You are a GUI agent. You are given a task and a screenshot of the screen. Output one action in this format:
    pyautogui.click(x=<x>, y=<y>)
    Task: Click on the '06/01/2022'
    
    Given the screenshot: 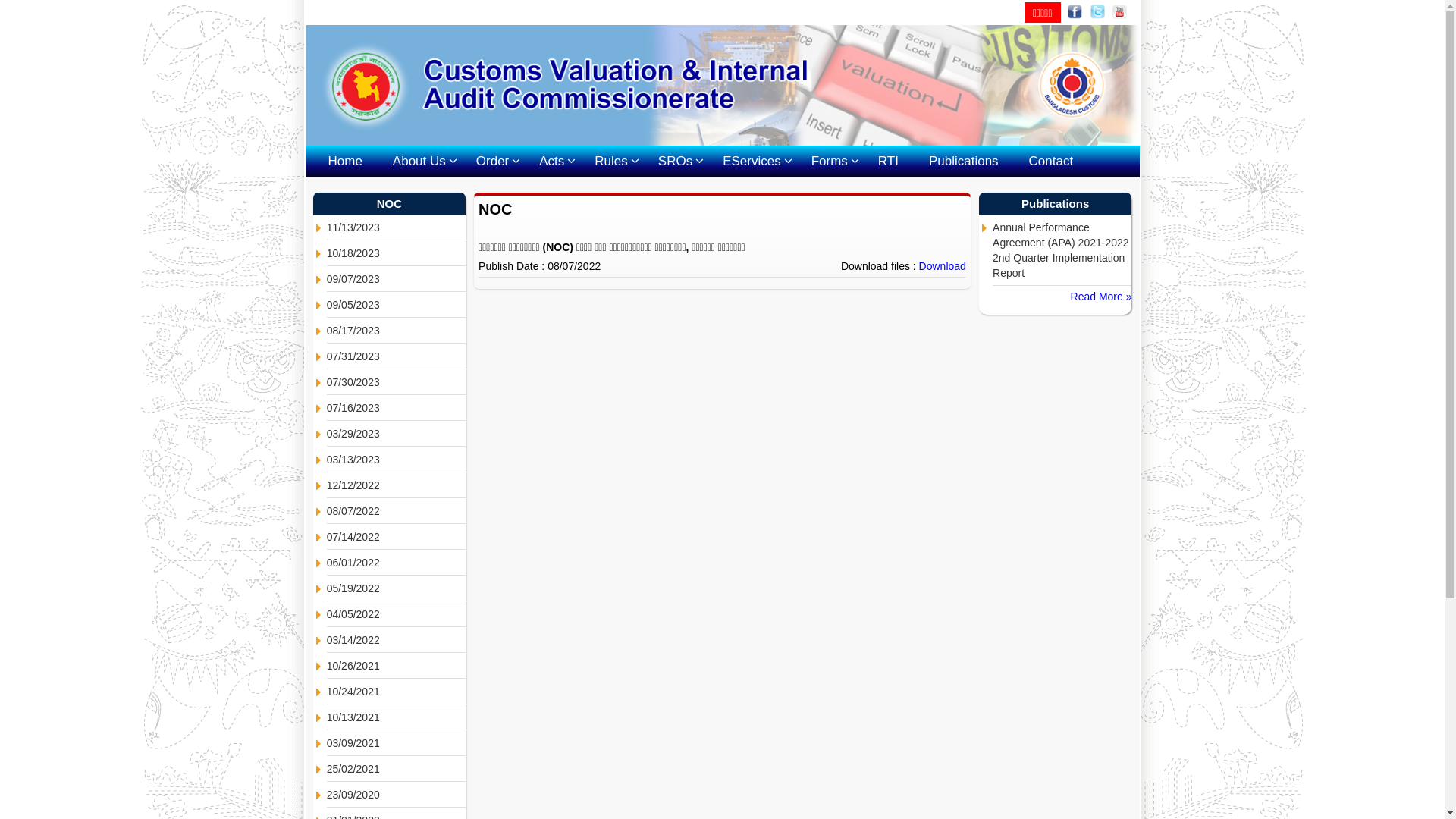 What is the action you would take?
    pyautogui.click(x=326, y=563)
    